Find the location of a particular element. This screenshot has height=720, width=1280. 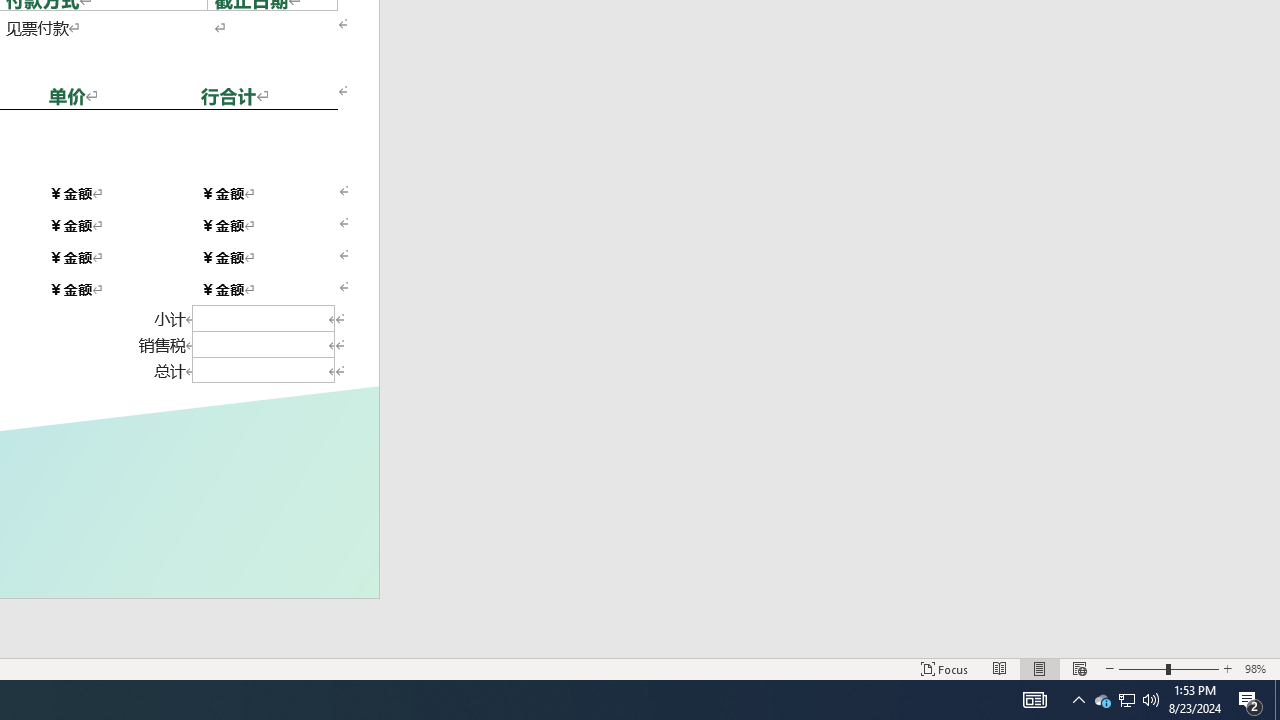

'Zoom Out' is located at coordinates (1142, 669).